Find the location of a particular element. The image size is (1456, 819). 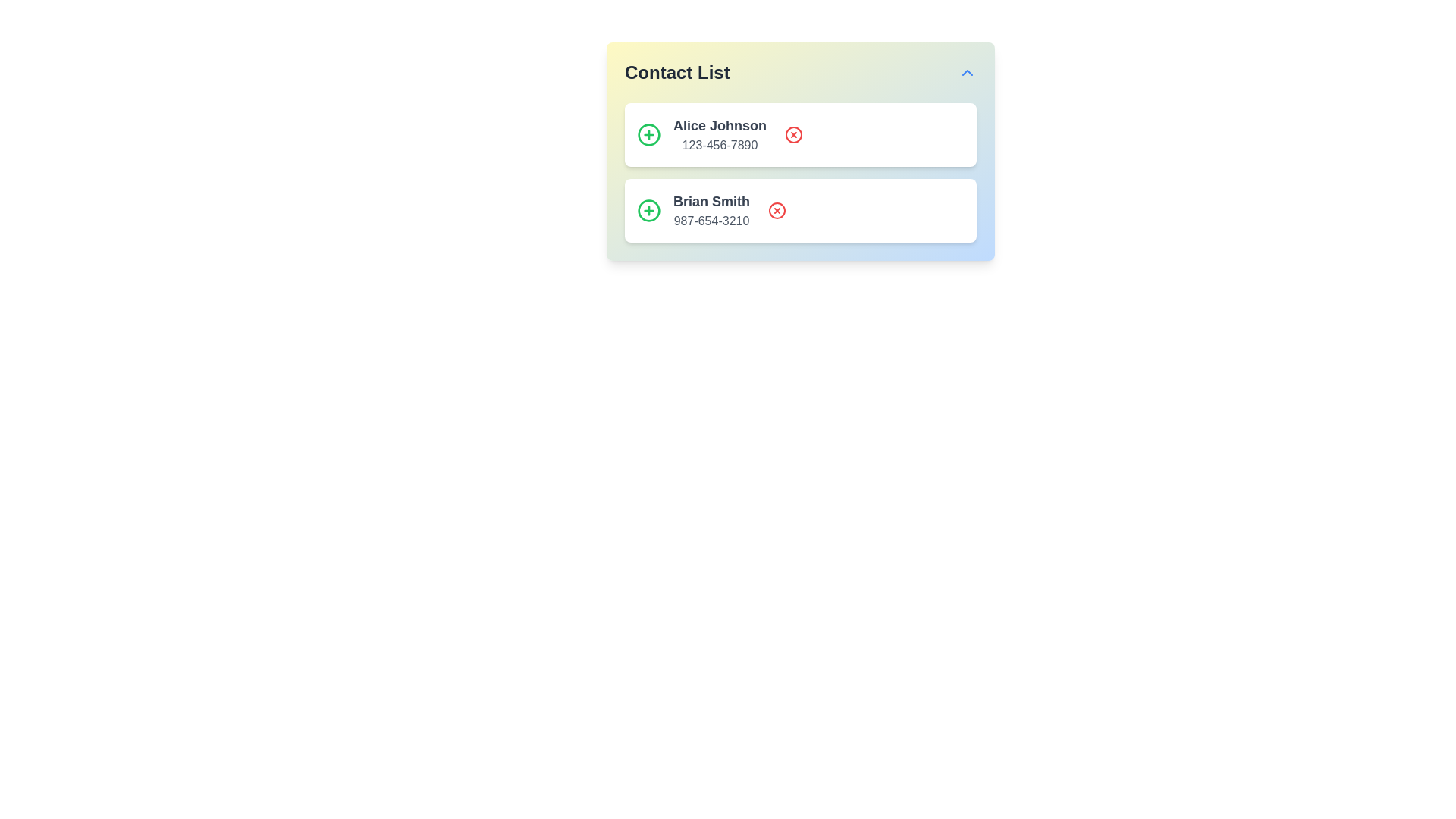

the circular red button with a cross (X) symbol located in the bottom-right corner of the card named 'Brian Smith' is located at coordinates (777, 210).